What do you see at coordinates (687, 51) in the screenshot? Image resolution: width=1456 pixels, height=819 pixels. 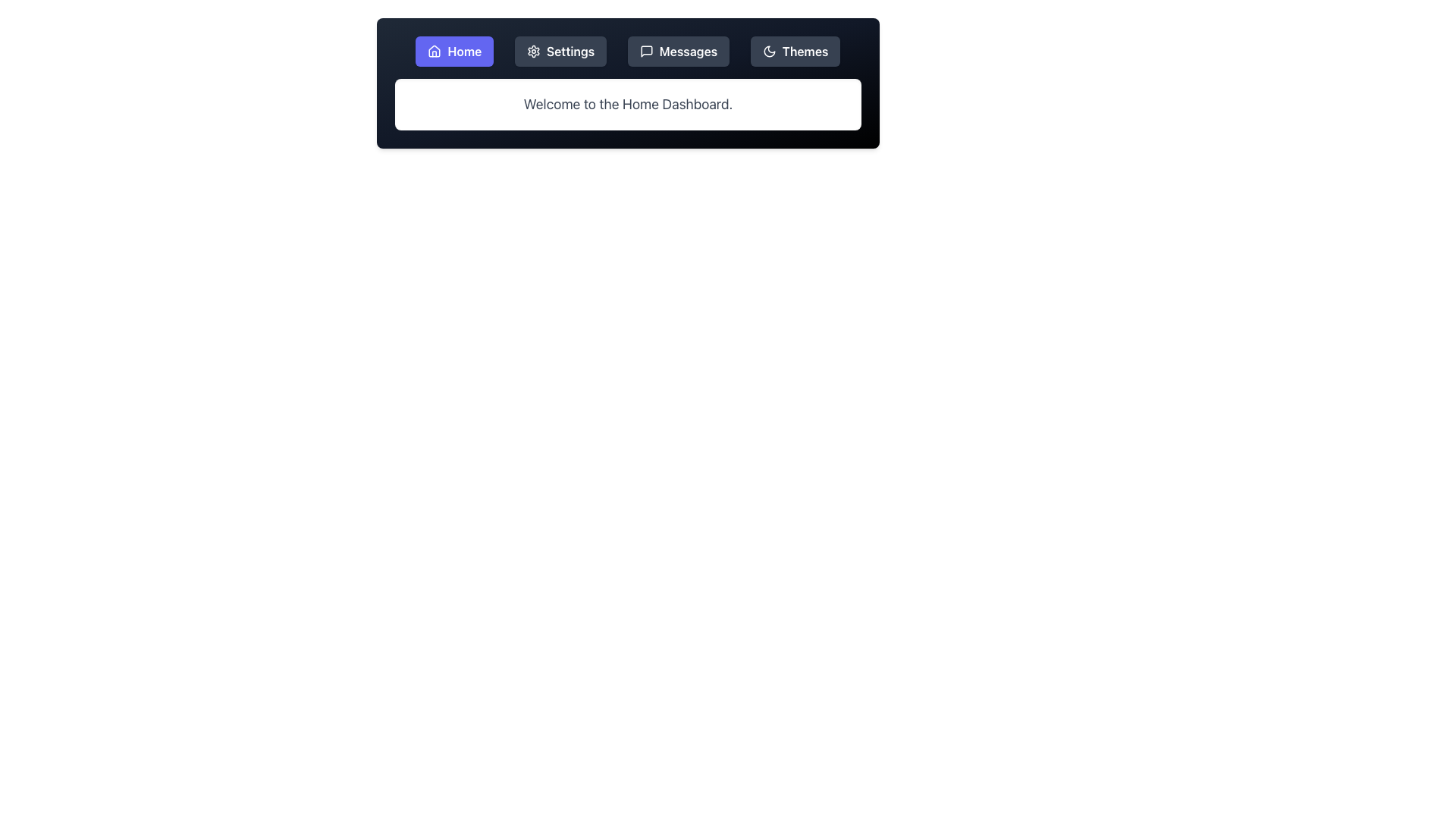 I see `the text label displaying 'Messages' in the navigation bar, which is styled in white font on a dark background and positioned to the right of a speech bubble icon` at bounding box center [687, 51].